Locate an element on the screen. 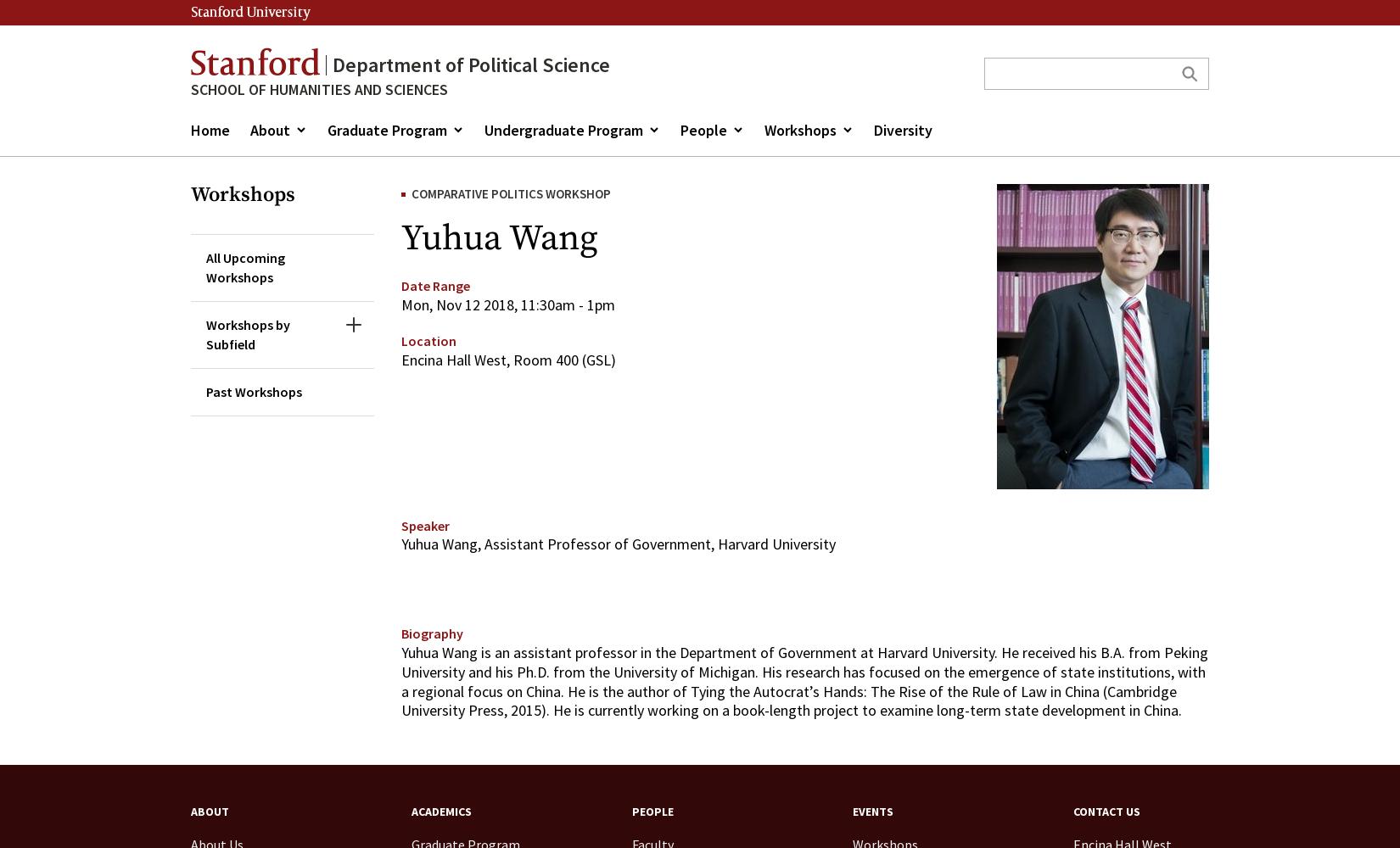 The height and width of the screenshot is (848, 1400). 'Mon, Nov 12 2018, 11:30am' is located at coordinates (487, 303).